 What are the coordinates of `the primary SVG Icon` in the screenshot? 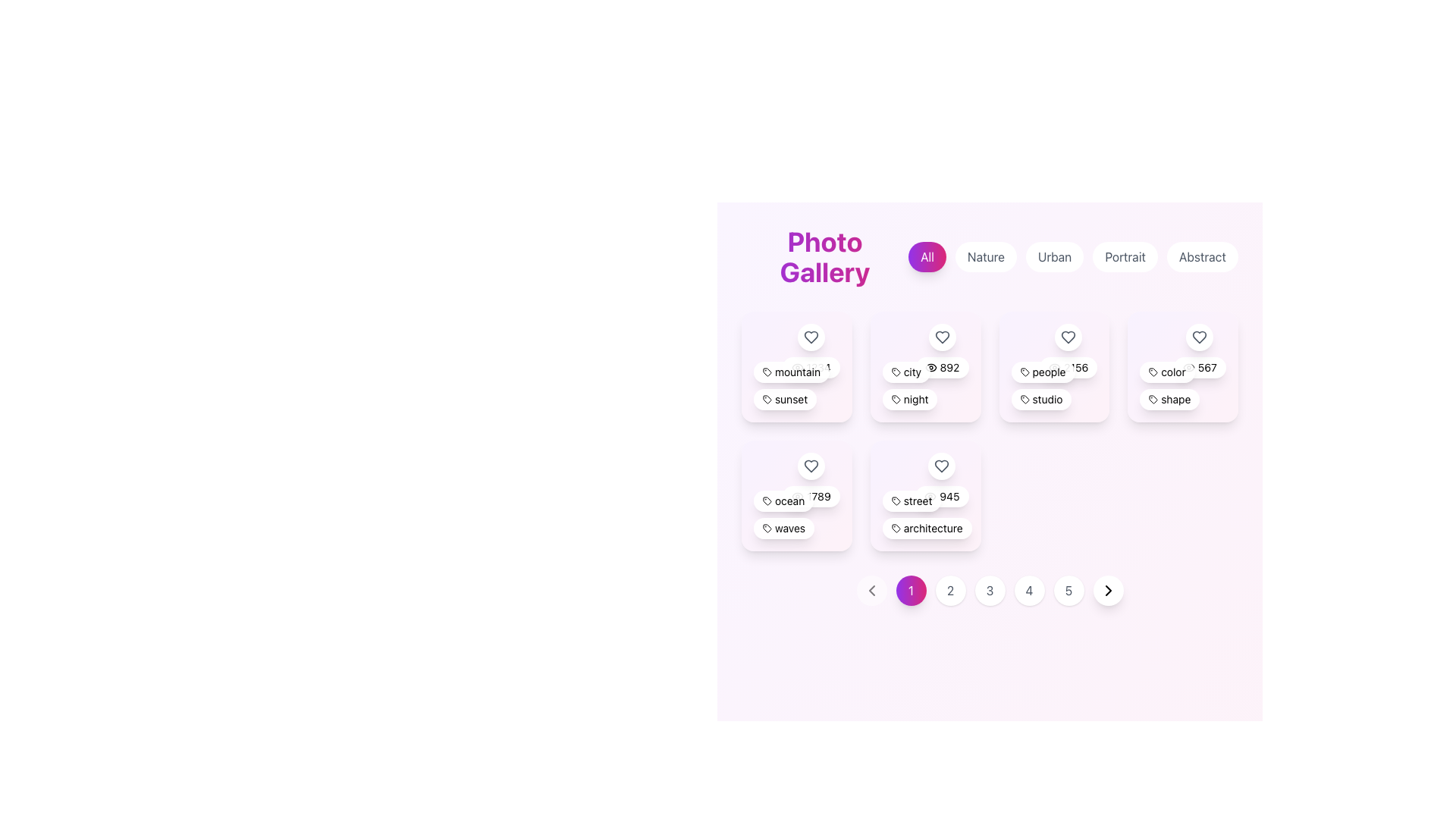 It's located at (767, 527).